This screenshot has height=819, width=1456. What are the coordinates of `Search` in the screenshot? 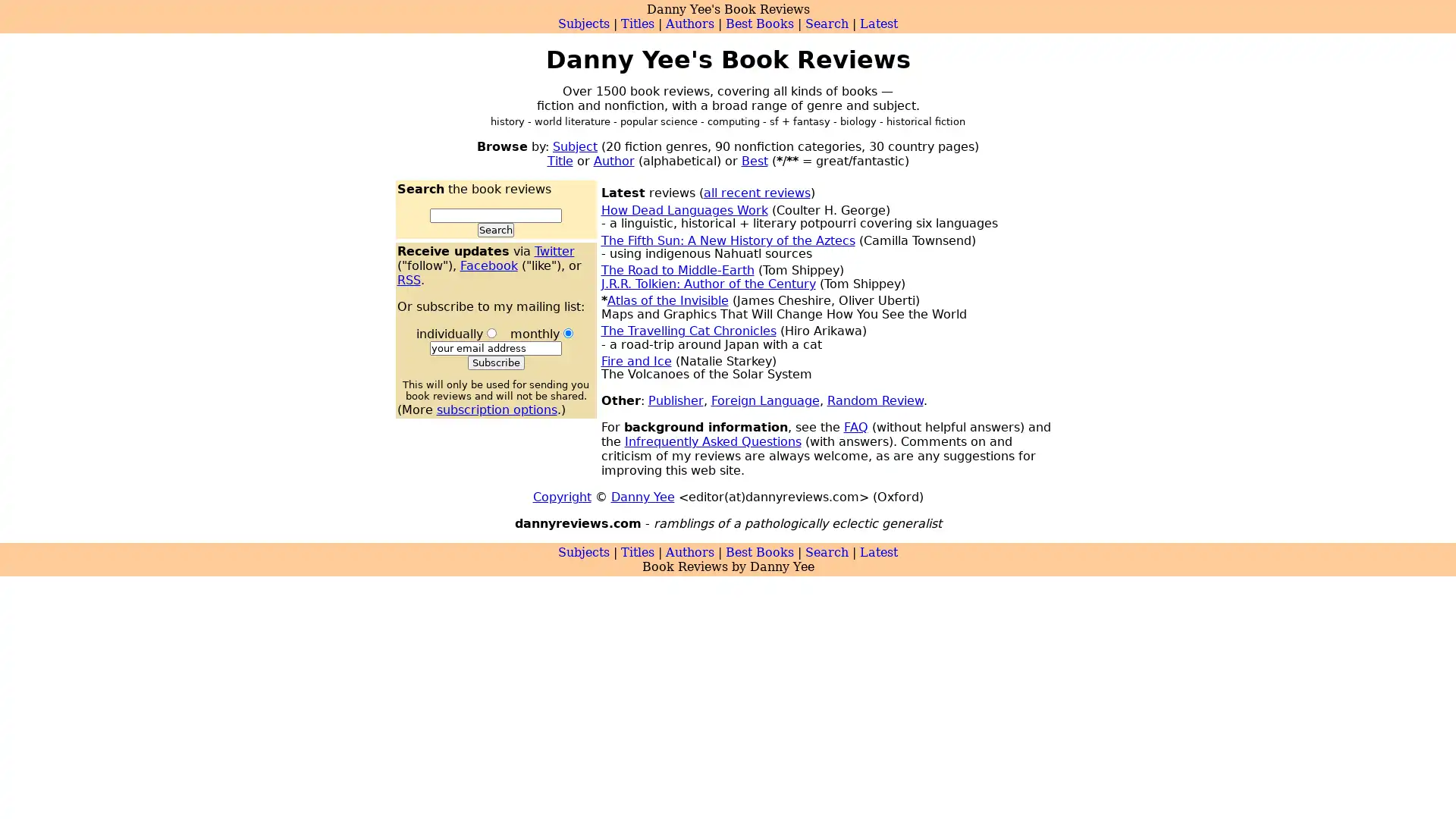 It's located at (495, 230).